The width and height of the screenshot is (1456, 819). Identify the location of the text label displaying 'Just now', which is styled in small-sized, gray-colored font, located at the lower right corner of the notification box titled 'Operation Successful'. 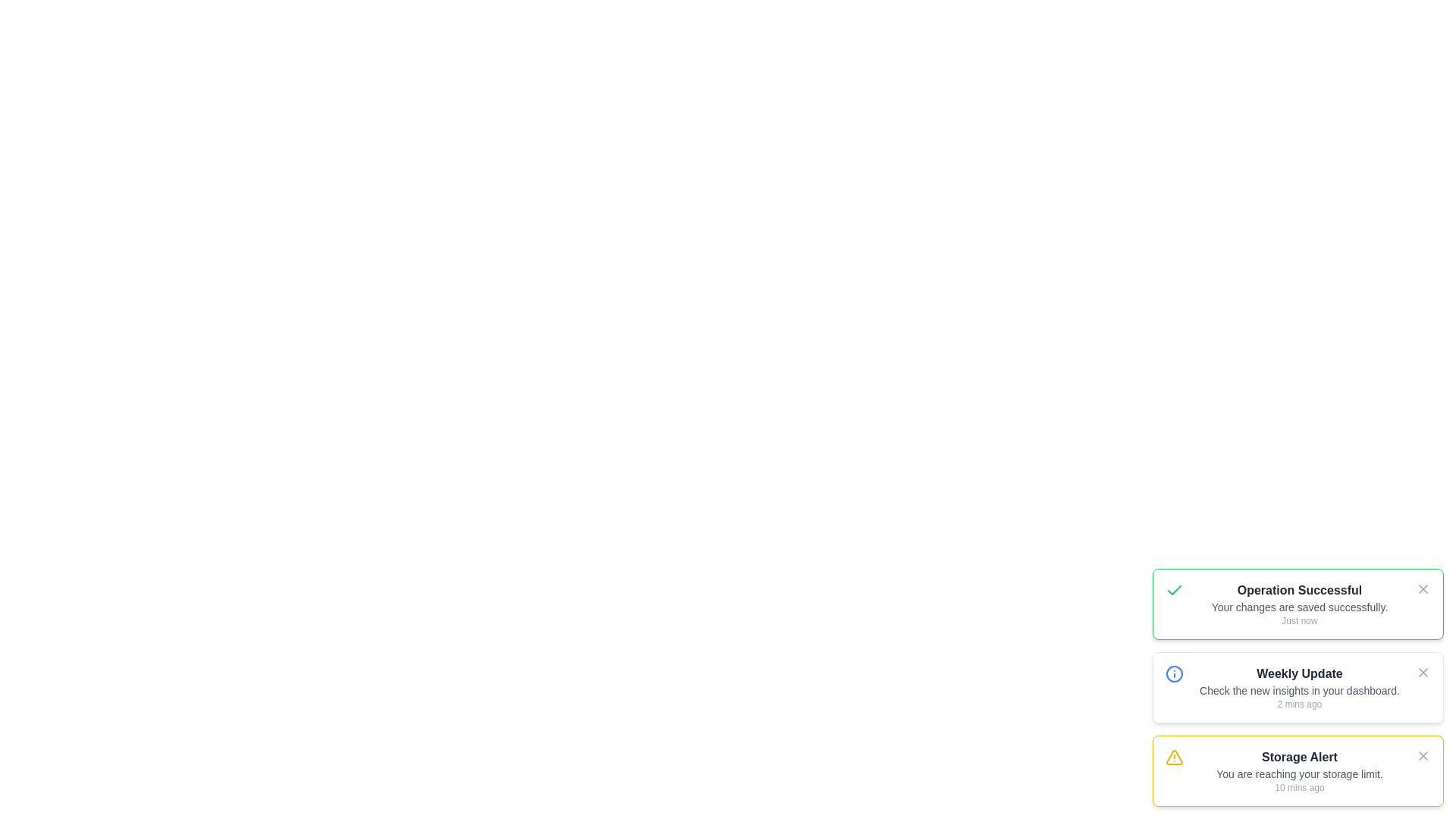
(1298, 620).